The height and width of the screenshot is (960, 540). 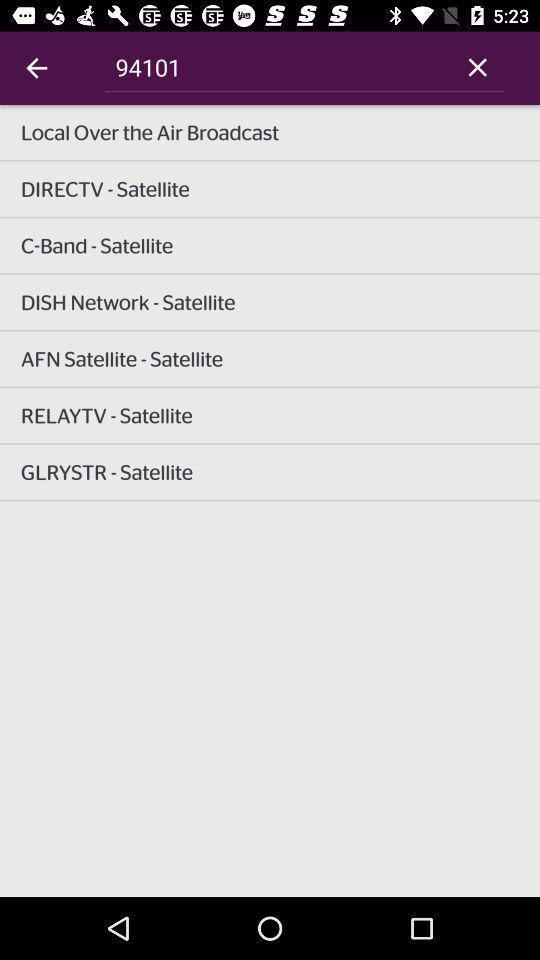 I want to click on item at the top right corner, so click(x=476, y=67).